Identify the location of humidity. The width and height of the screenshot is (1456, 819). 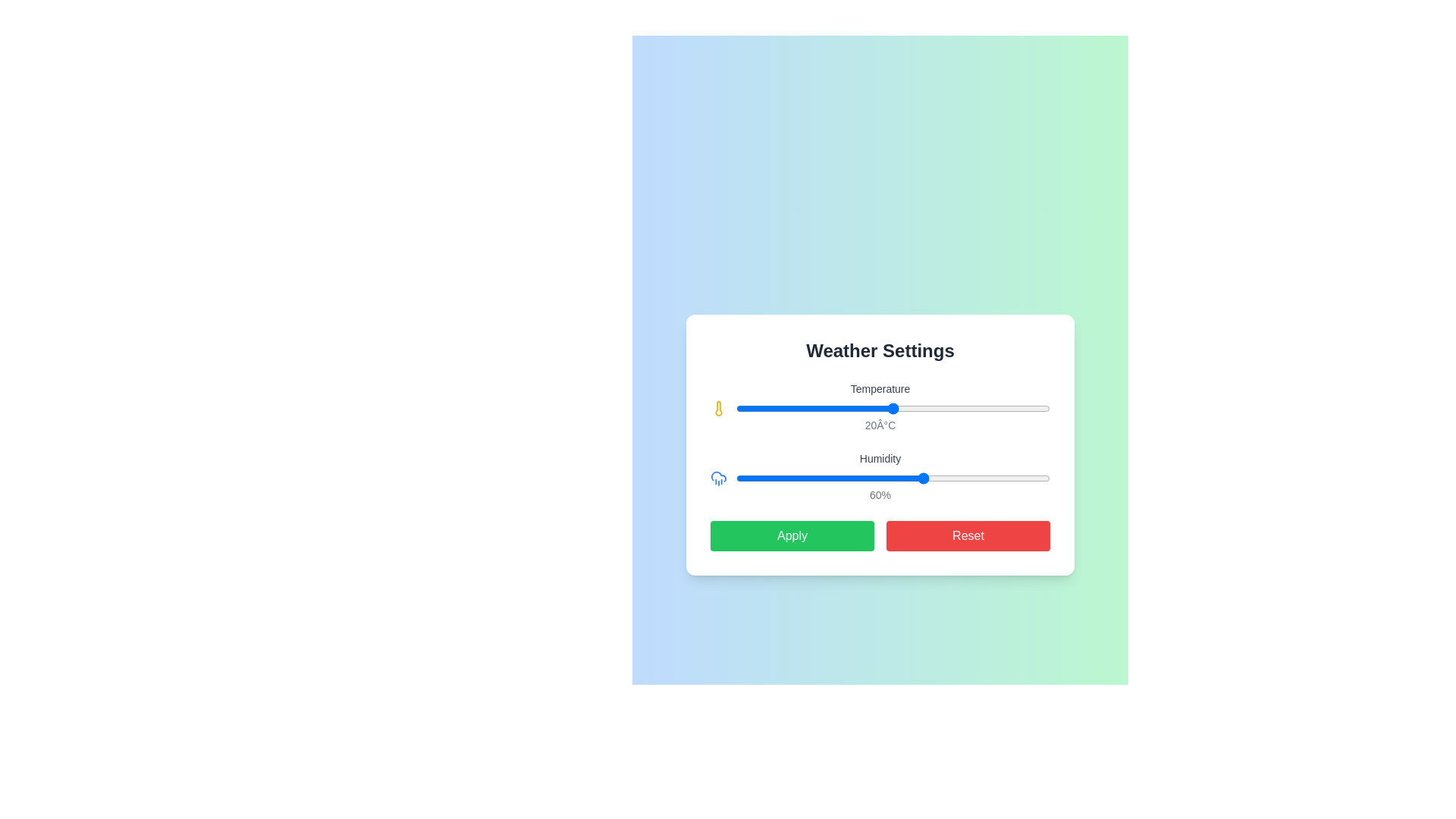
(996, 479).